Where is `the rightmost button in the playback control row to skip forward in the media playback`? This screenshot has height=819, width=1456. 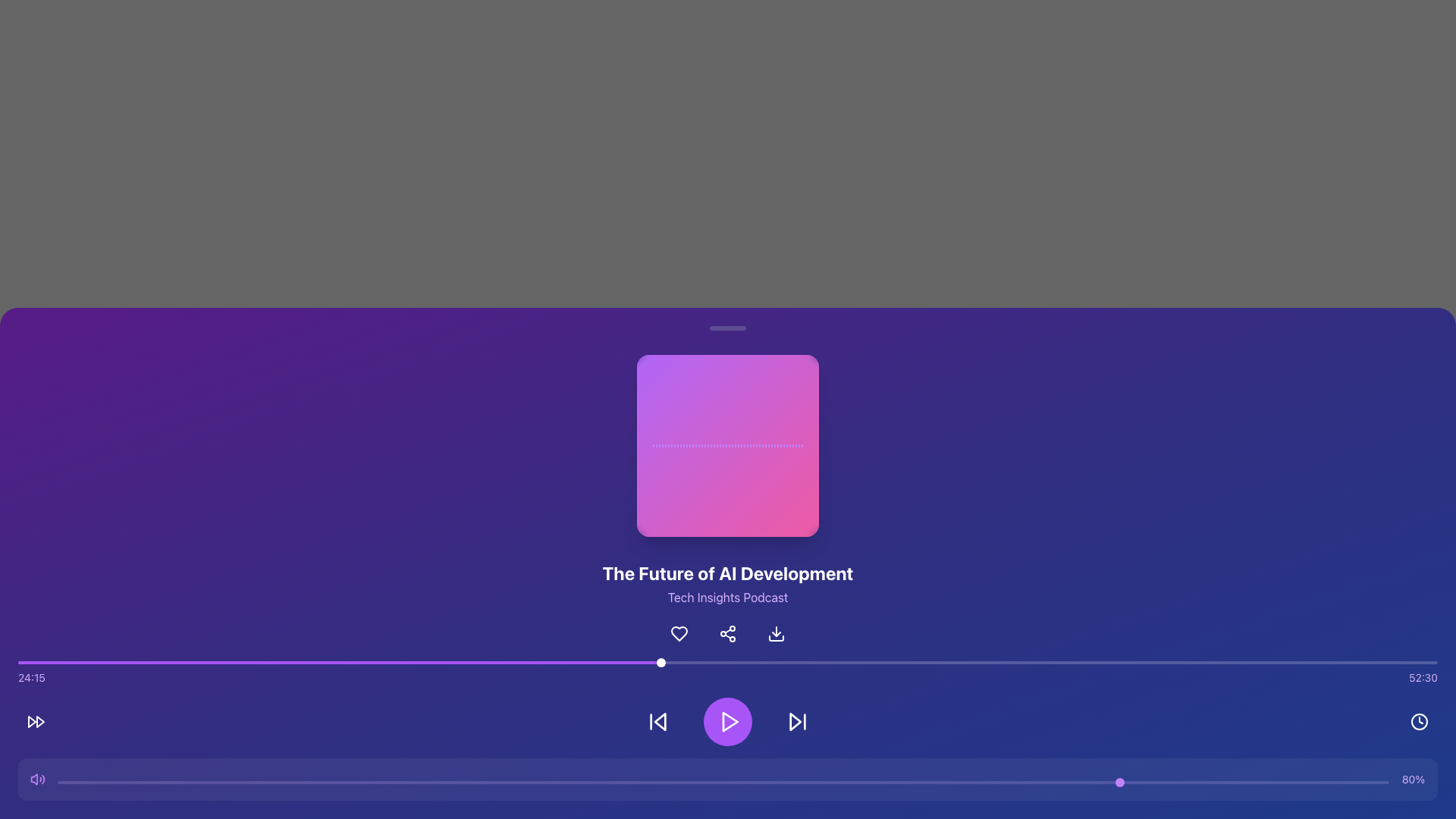
the rightmost button in the playback control row to skip forward in the media playback is located at coordinates (795, 721).